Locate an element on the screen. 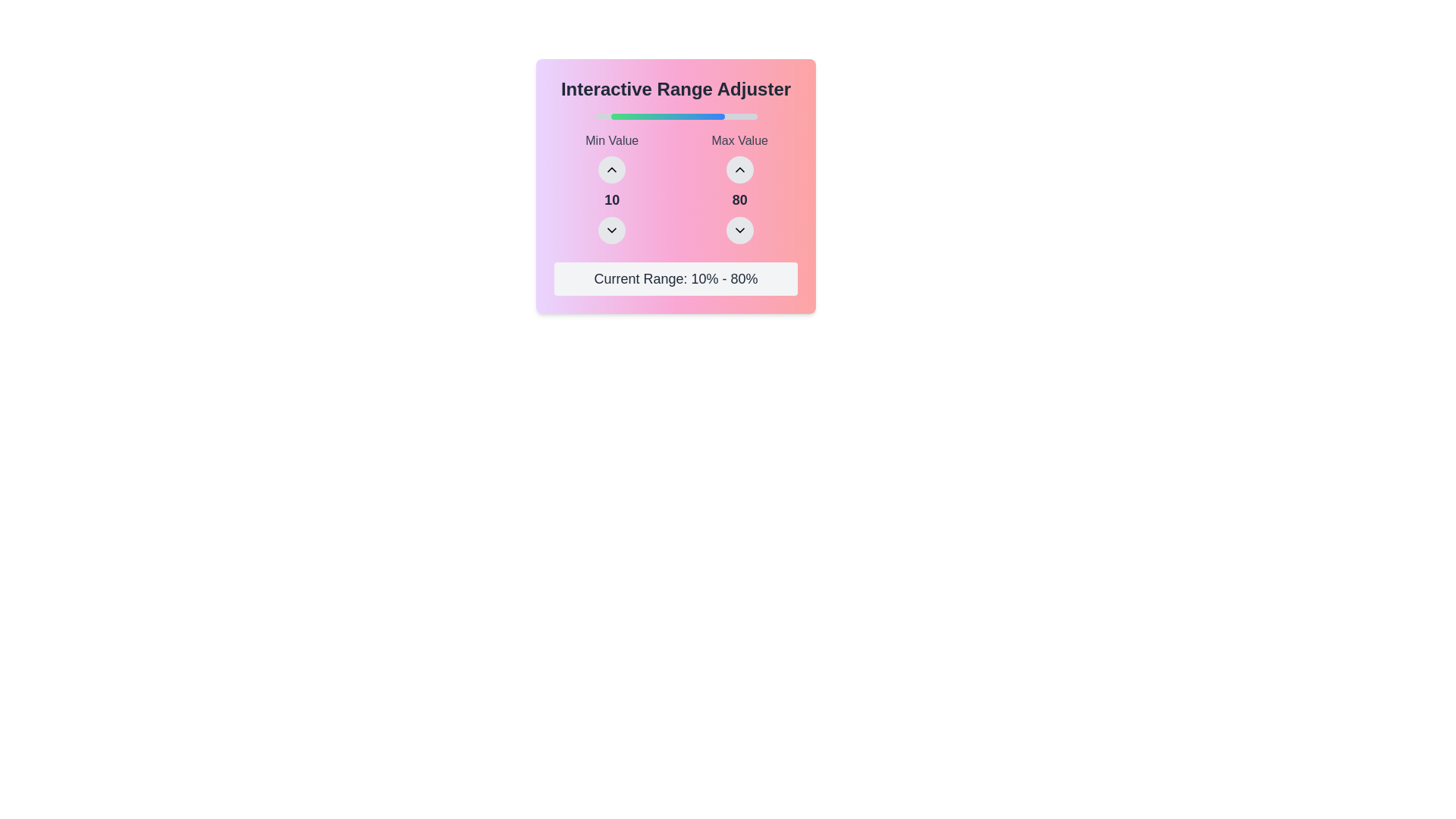 The width and height of the screenshot is (1456, 819). the circular button with a light gray background and an upward-pointing black chevron icon located in the Max Value column, positioned above the numeric value '80' and below the label 'Max Value' to increment the value is located at coordinates (739, 169).